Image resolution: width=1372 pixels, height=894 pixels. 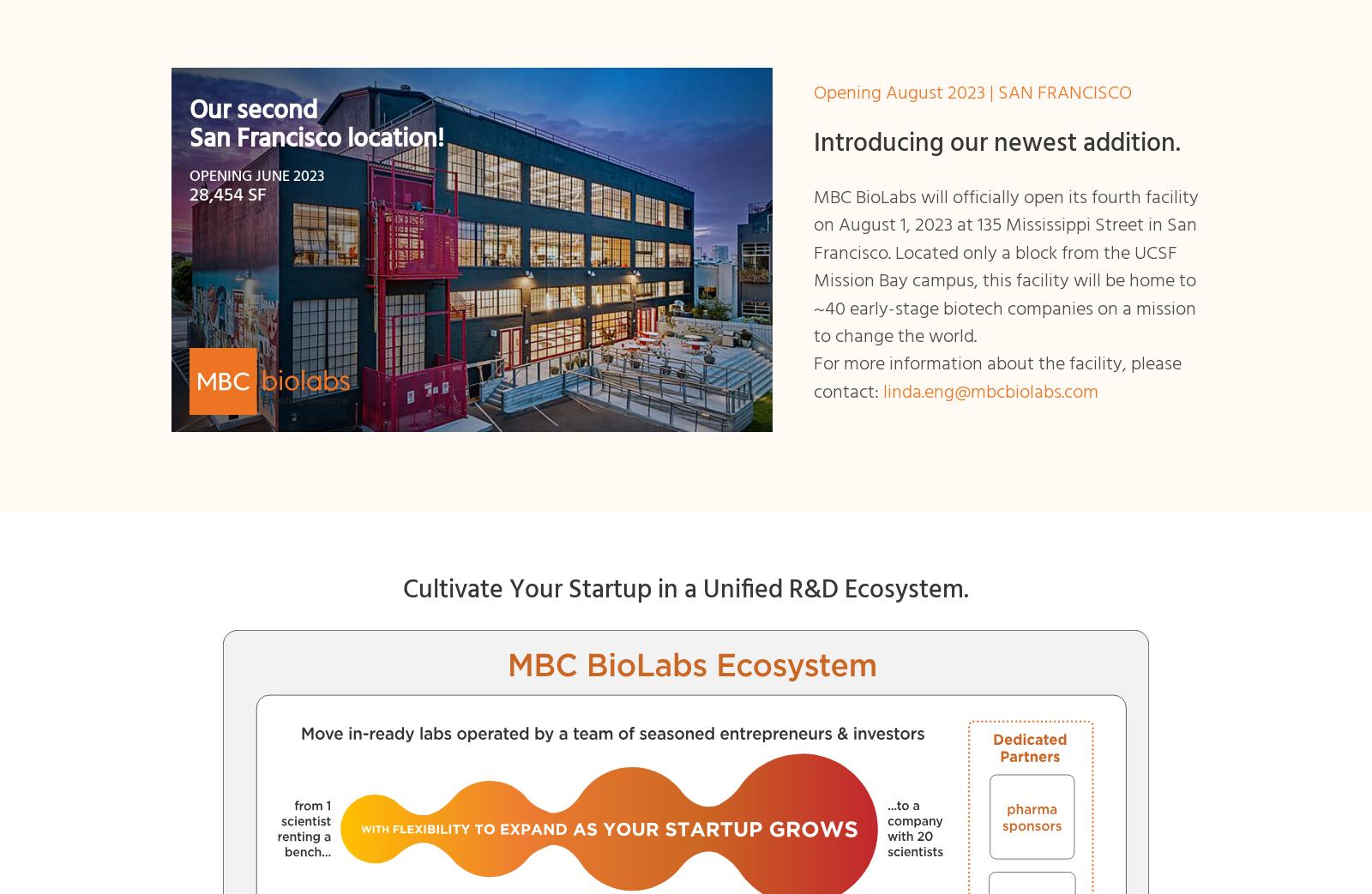 What do you see at coordinates (990, 388) in the screenshot?
I see `'linda.eng@mbcbiolabs.com'` at bounding box center [990, 388].